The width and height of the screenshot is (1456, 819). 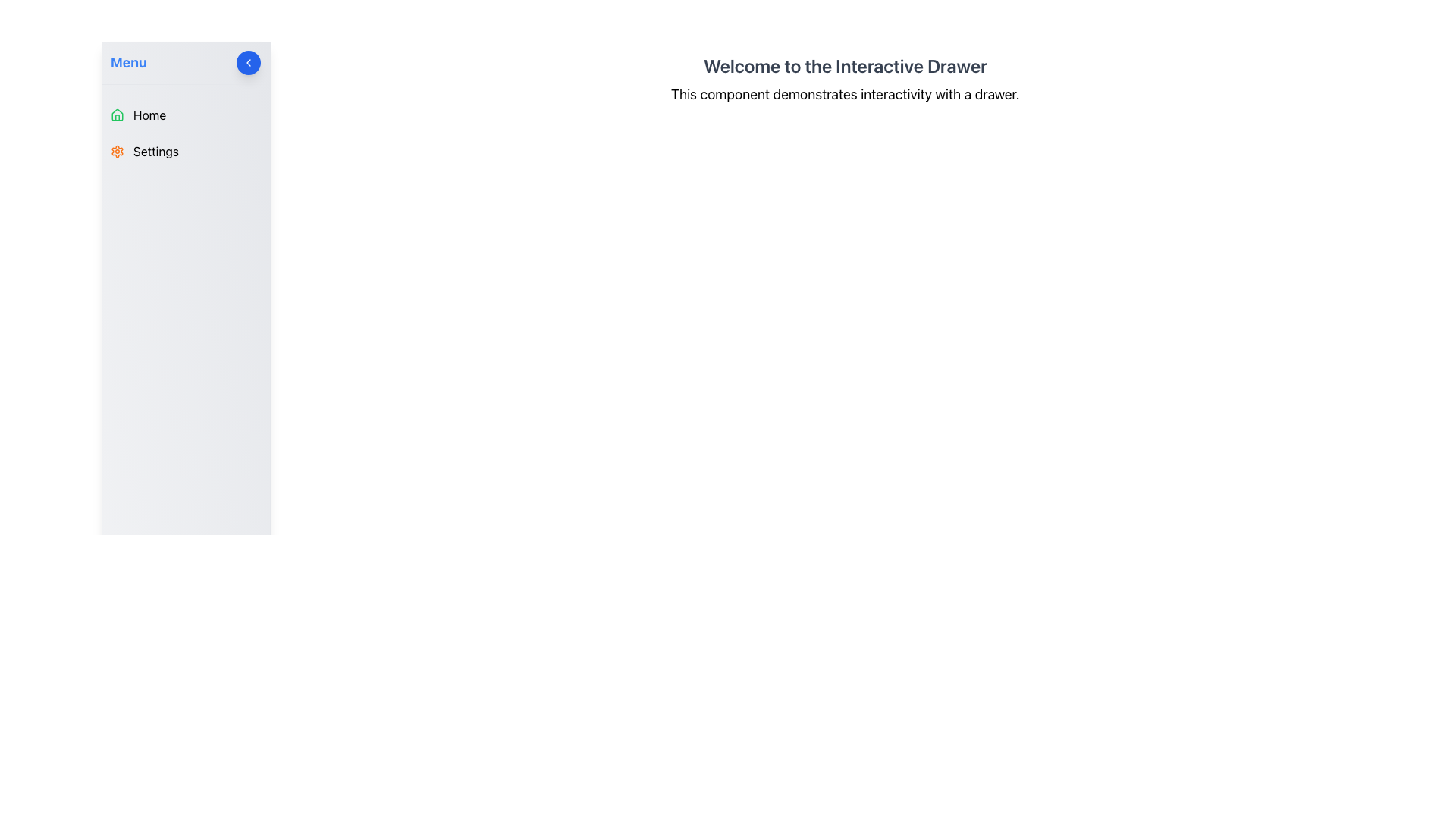 What do you see at coordinates (184, 152) in the screenshot?
I see `the 'Settings' horizontal list item in the navigation menu` at bounding box center [184, 152].